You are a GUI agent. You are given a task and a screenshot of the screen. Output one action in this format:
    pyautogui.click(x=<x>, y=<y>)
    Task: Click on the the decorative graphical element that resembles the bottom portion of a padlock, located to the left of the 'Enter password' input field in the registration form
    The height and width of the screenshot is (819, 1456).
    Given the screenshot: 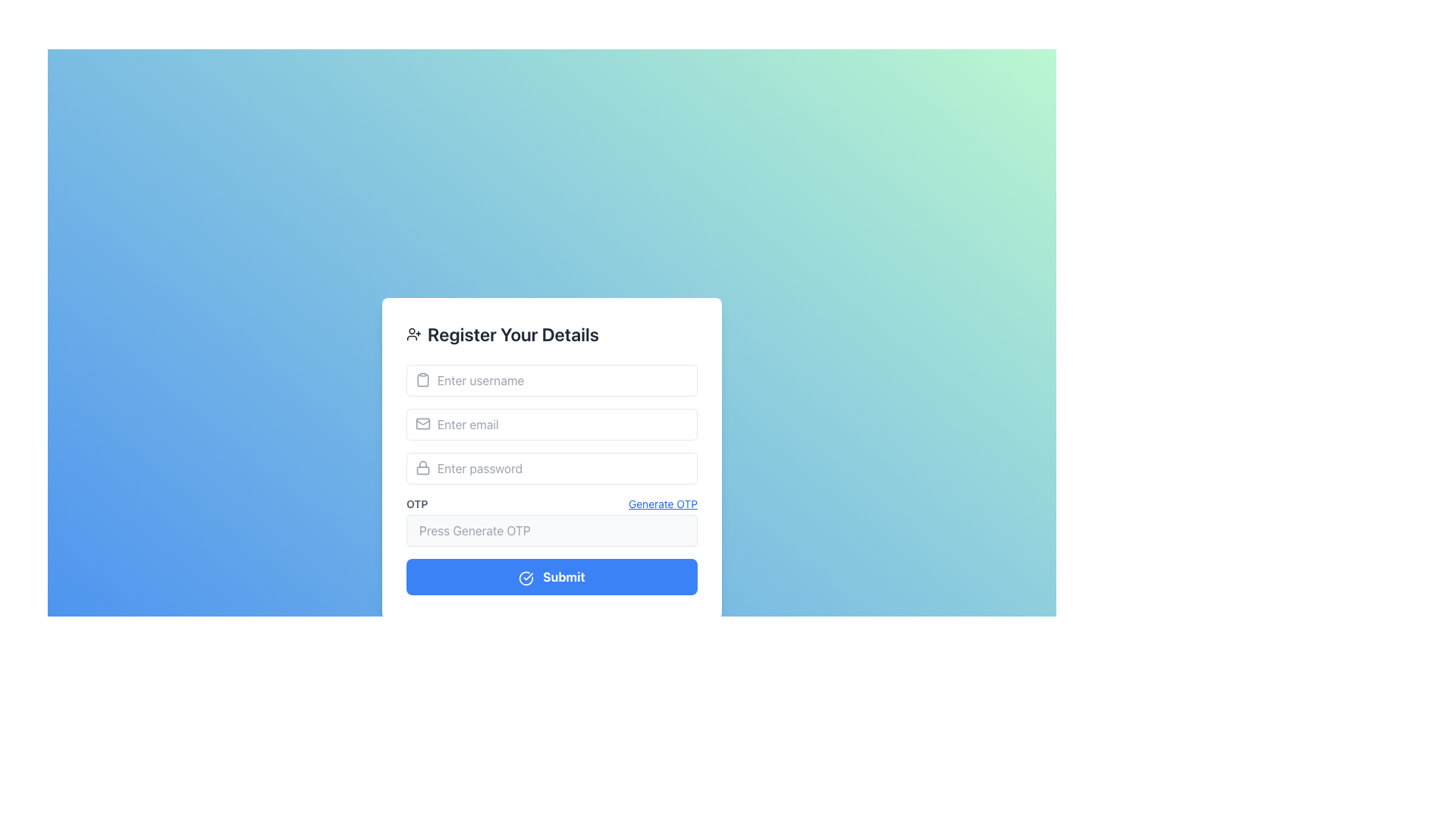 What is the action you would take?
    pyautogui.click(x=422, y=469)
    